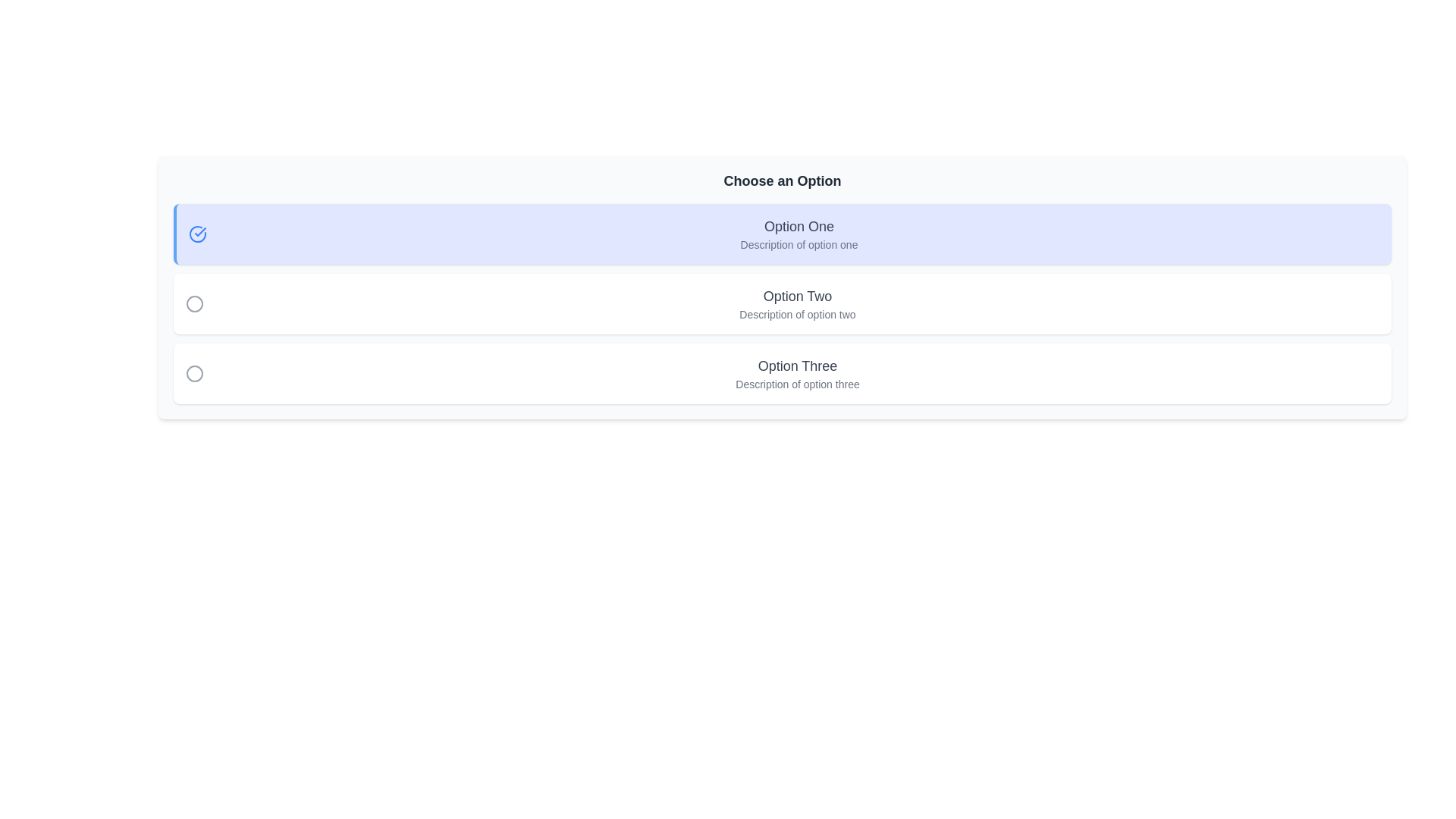 This screenshot has height=819, width=1456. Describe the element at coordinates (796, 374) in the screenshot. I see `the third selectable option labeled 'Option Three' in the vertical choice list` at that location.